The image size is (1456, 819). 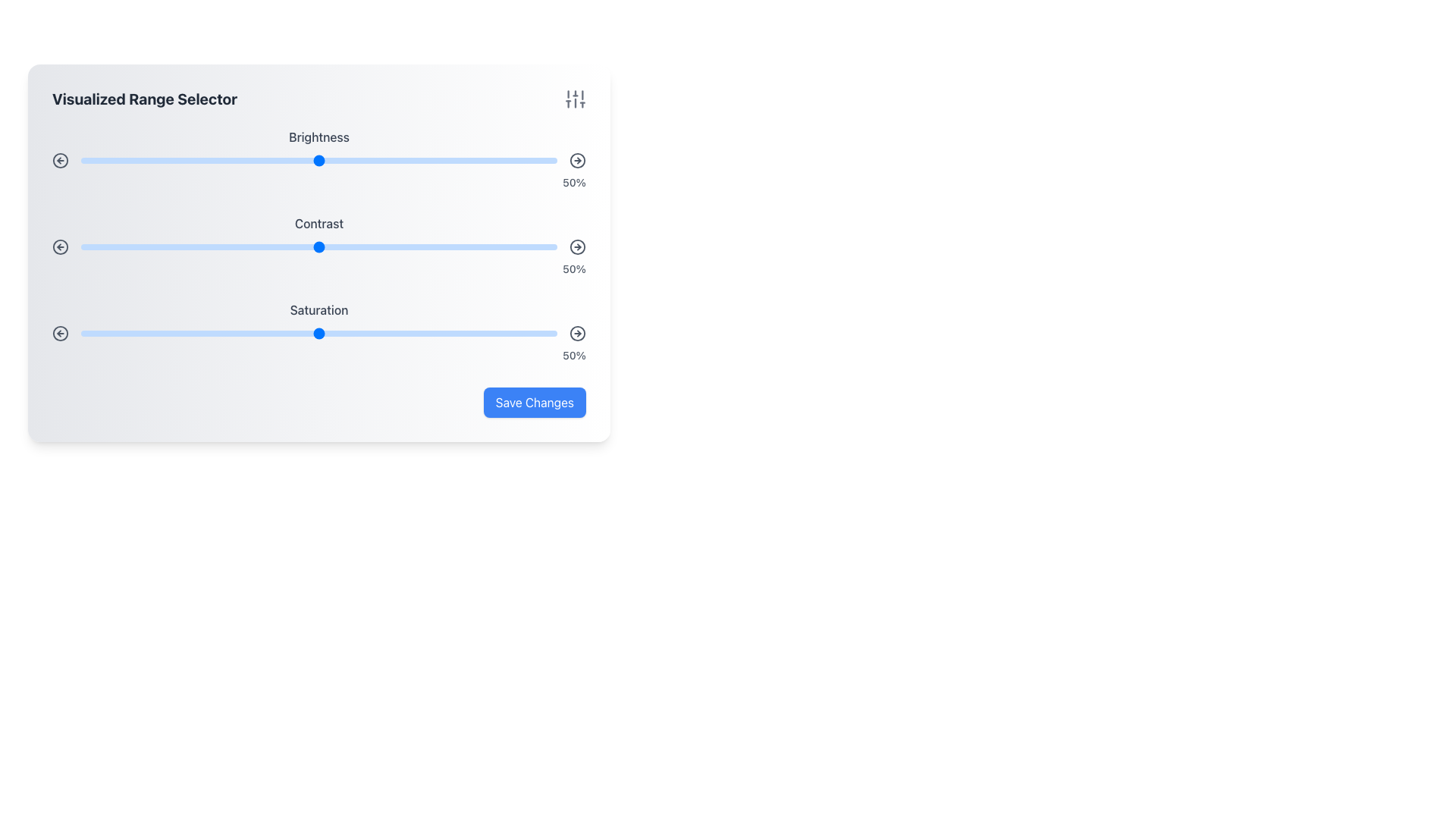 What do you see at coordinates (143, 161) in the screenshot?
I see `the brightness` at bounding box center [143, 161].